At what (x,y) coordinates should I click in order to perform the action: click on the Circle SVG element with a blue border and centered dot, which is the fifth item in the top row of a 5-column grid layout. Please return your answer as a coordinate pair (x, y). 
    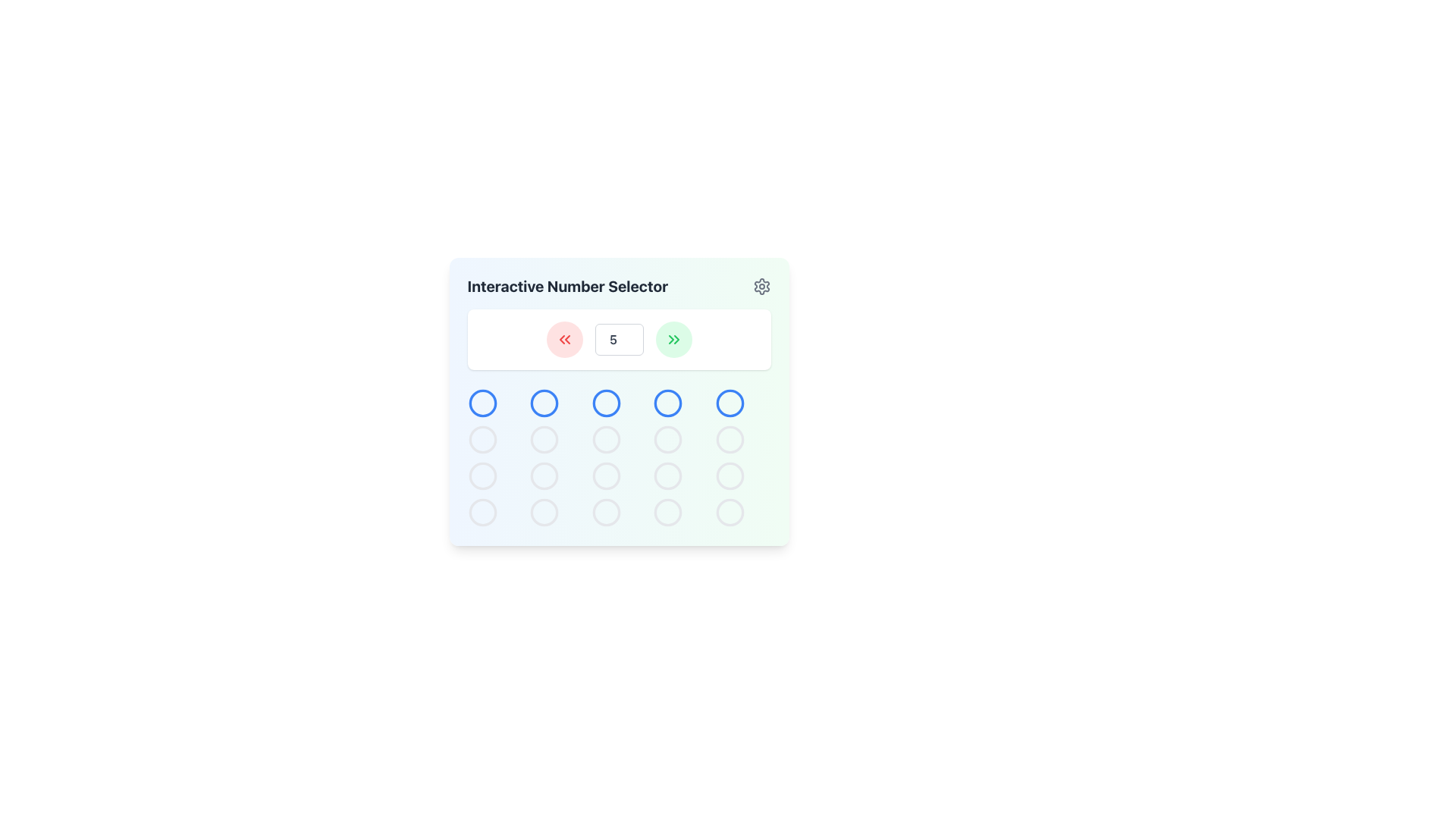
    Looking at the image, I should click on (730, 403).